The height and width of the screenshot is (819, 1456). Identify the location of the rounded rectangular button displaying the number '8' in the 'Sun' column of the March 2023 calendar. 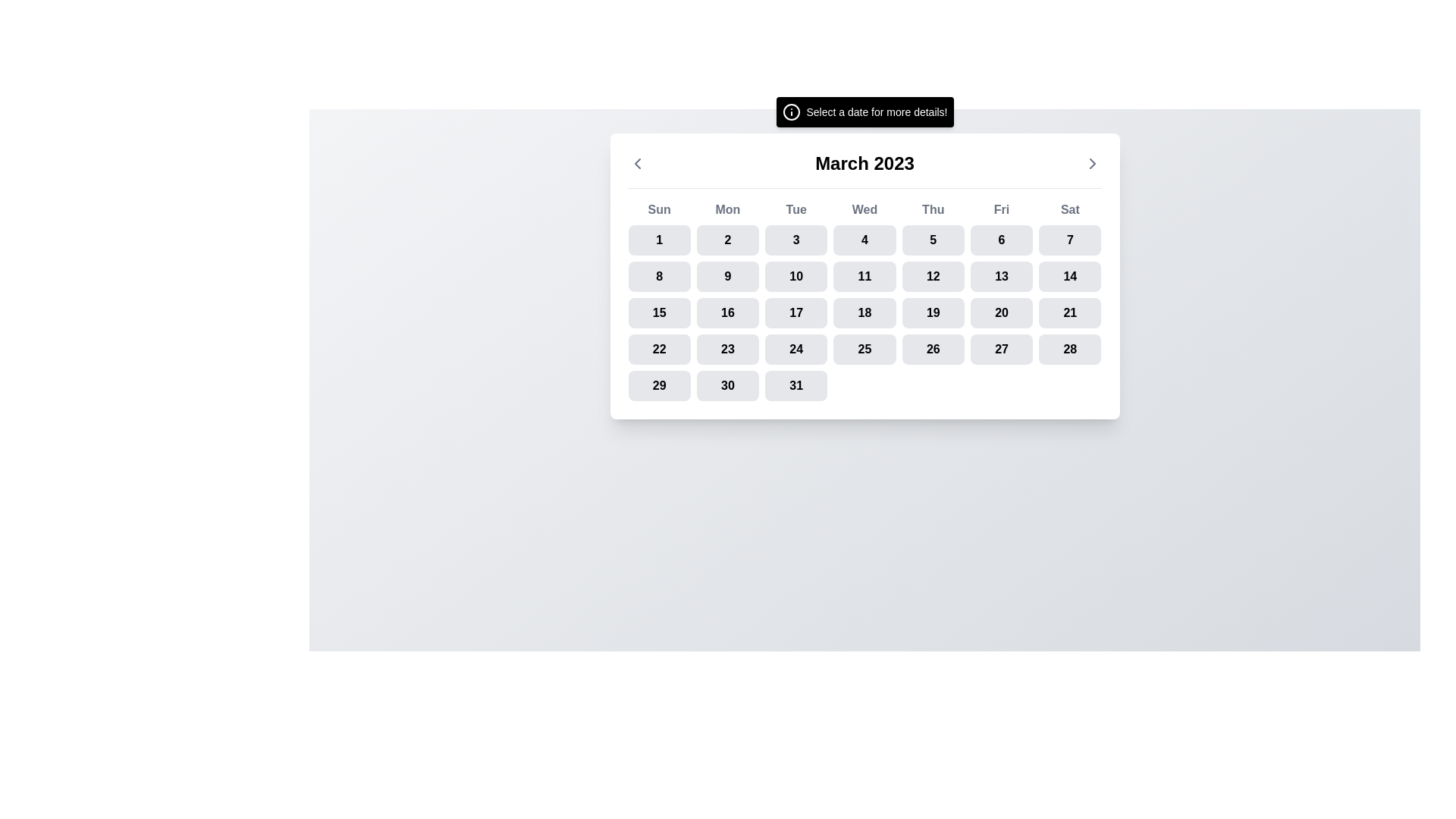
(659, 277).